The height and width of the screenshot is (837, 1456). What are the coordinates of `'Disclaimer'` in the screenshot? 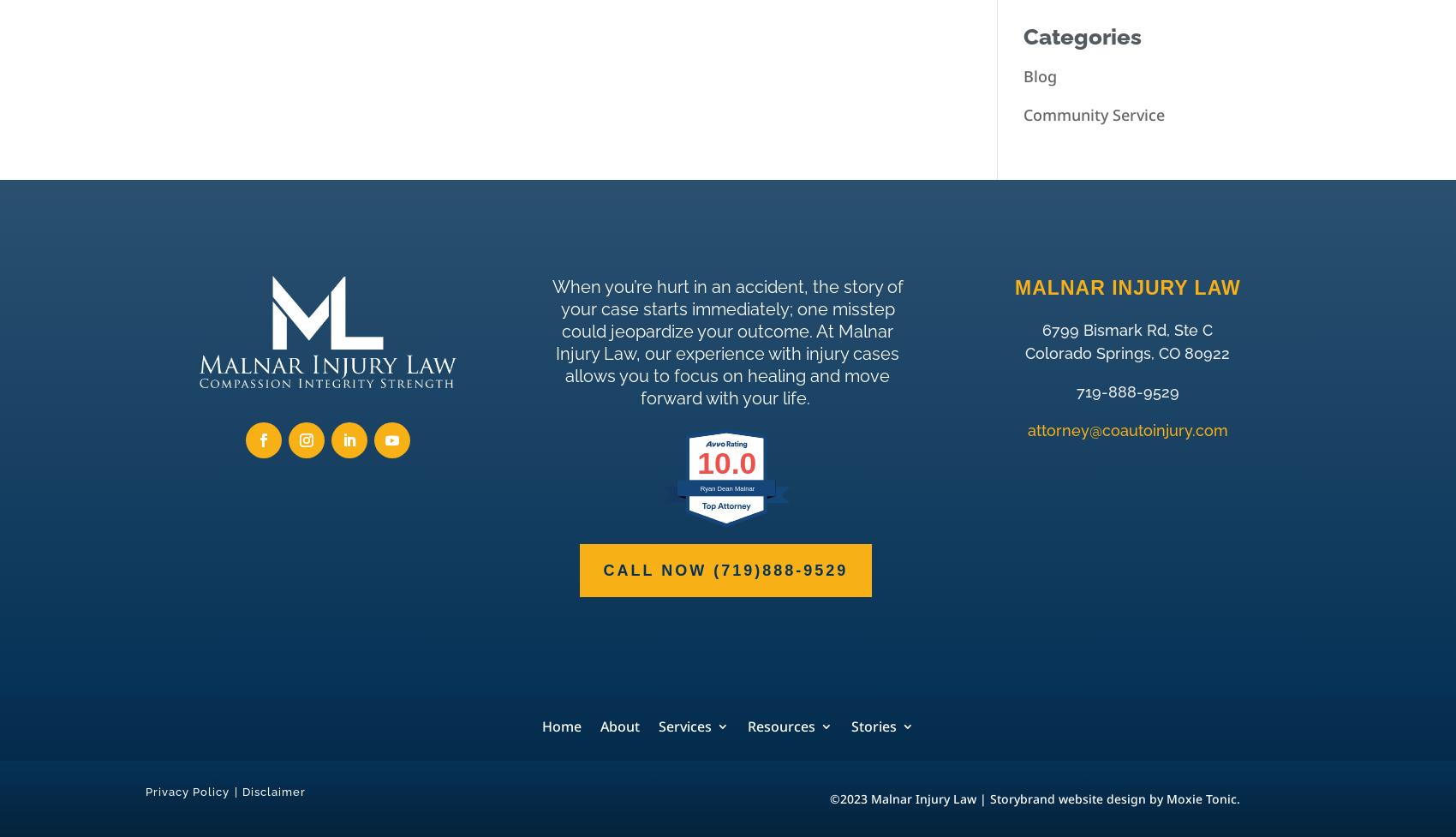 It's located at (242, 790).